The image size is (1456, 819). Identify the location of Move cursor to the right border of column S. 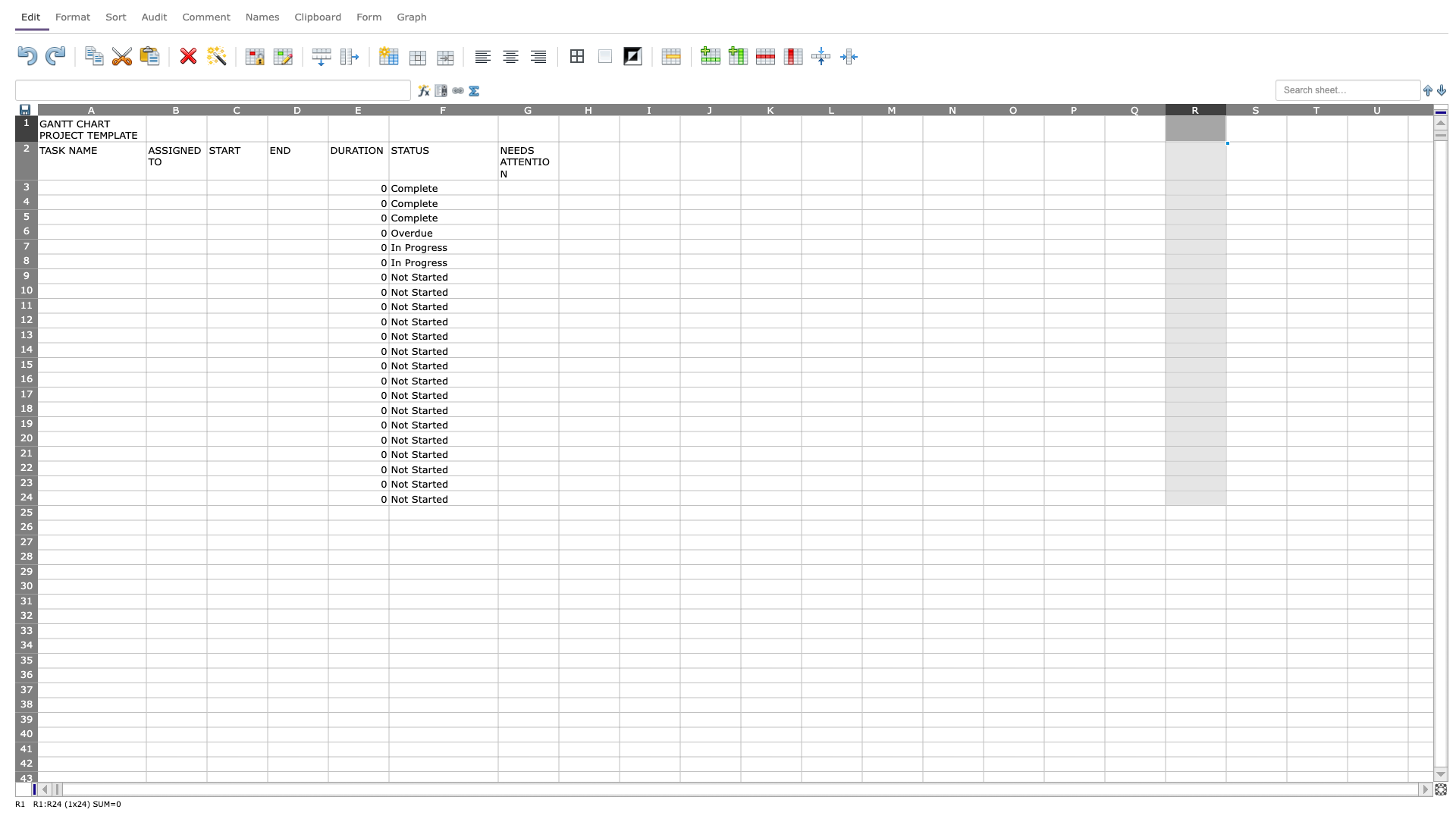
(1286, 108).